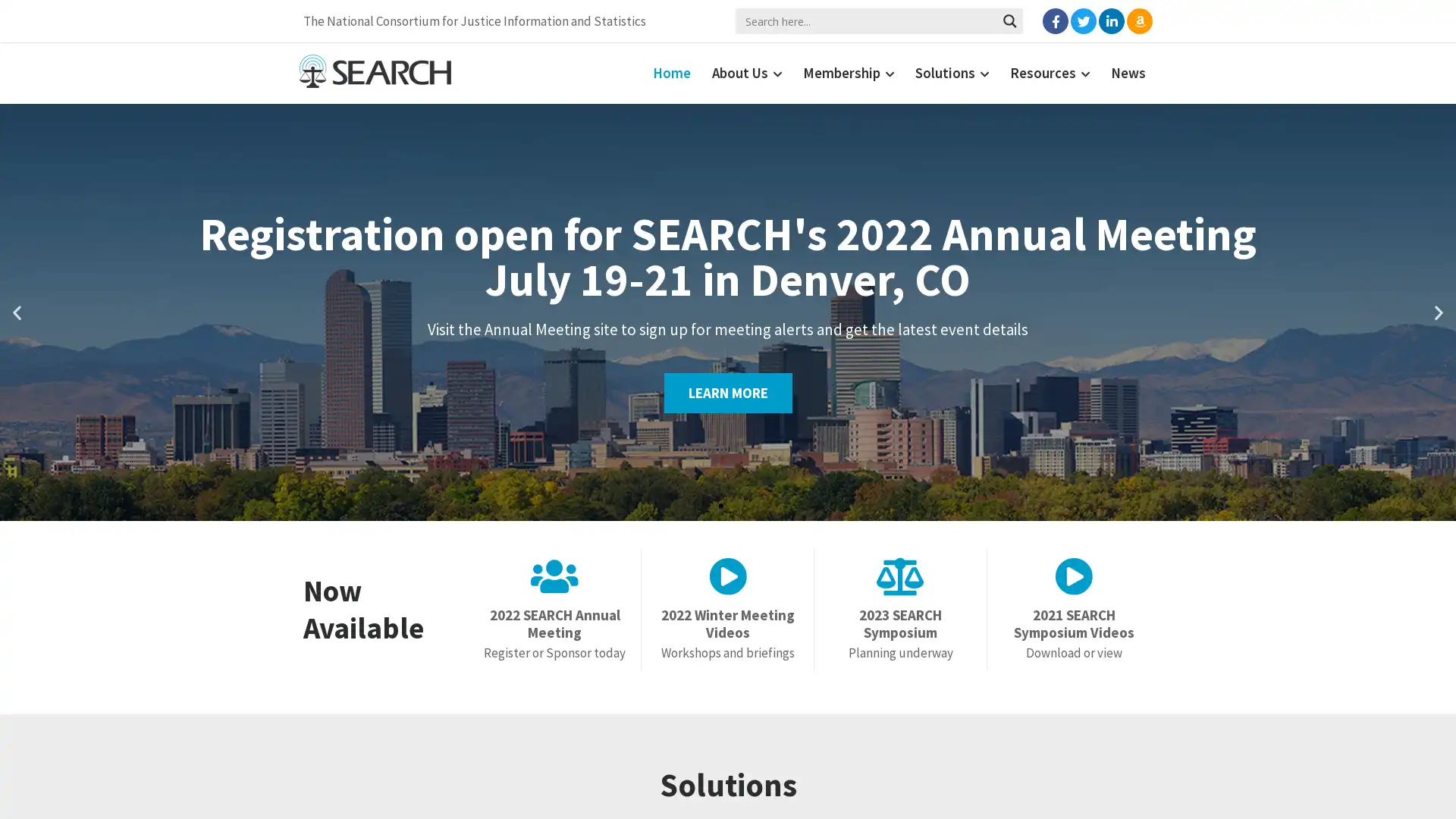 The height and width of the screenshot is (819, 1456). I want to click on Previous slide, so click(17, 311).